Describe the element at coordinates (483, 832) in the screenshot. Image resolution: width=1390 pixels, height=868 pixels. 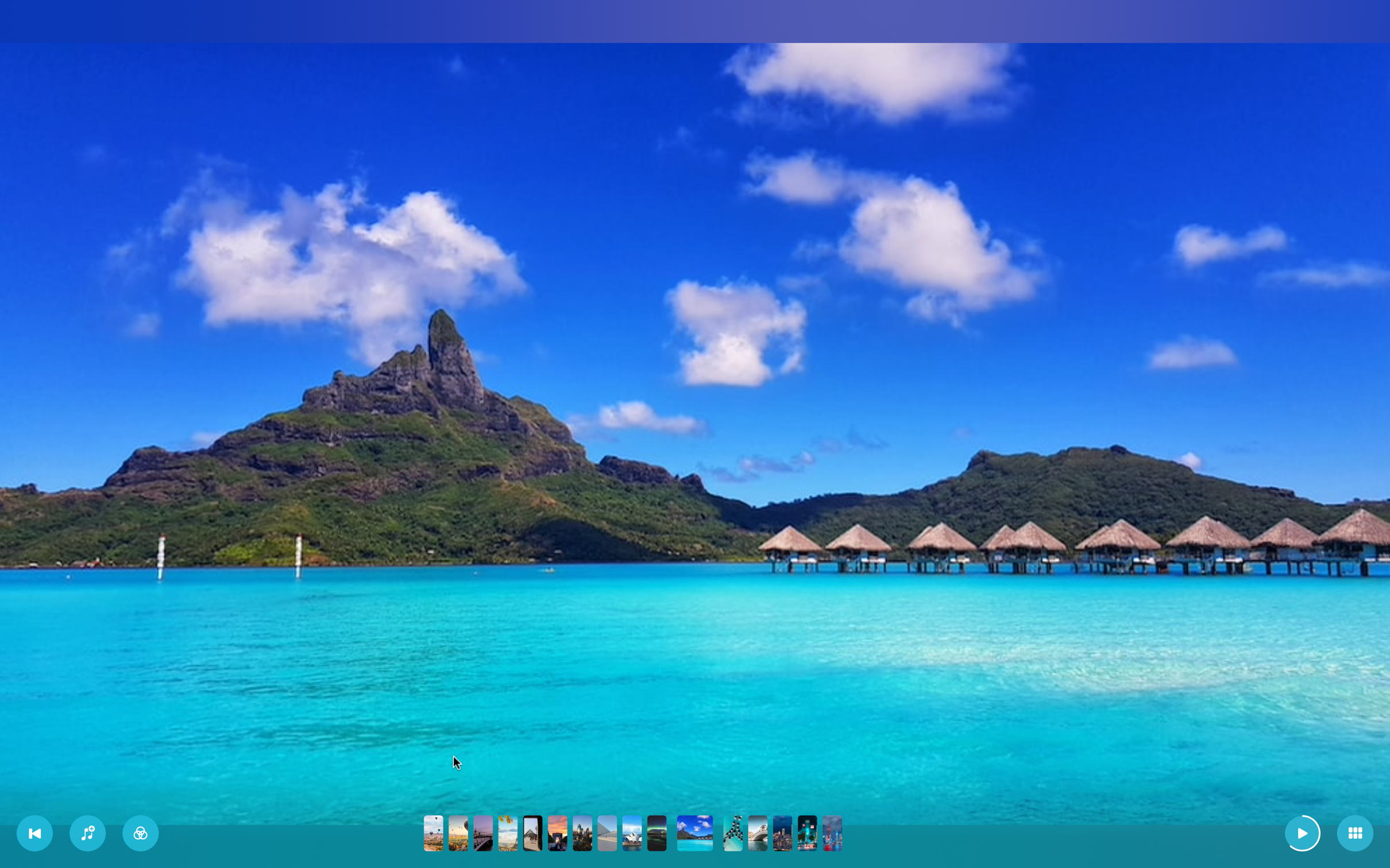
I see `Directly skip to the third picture in the slideshow` at that location.